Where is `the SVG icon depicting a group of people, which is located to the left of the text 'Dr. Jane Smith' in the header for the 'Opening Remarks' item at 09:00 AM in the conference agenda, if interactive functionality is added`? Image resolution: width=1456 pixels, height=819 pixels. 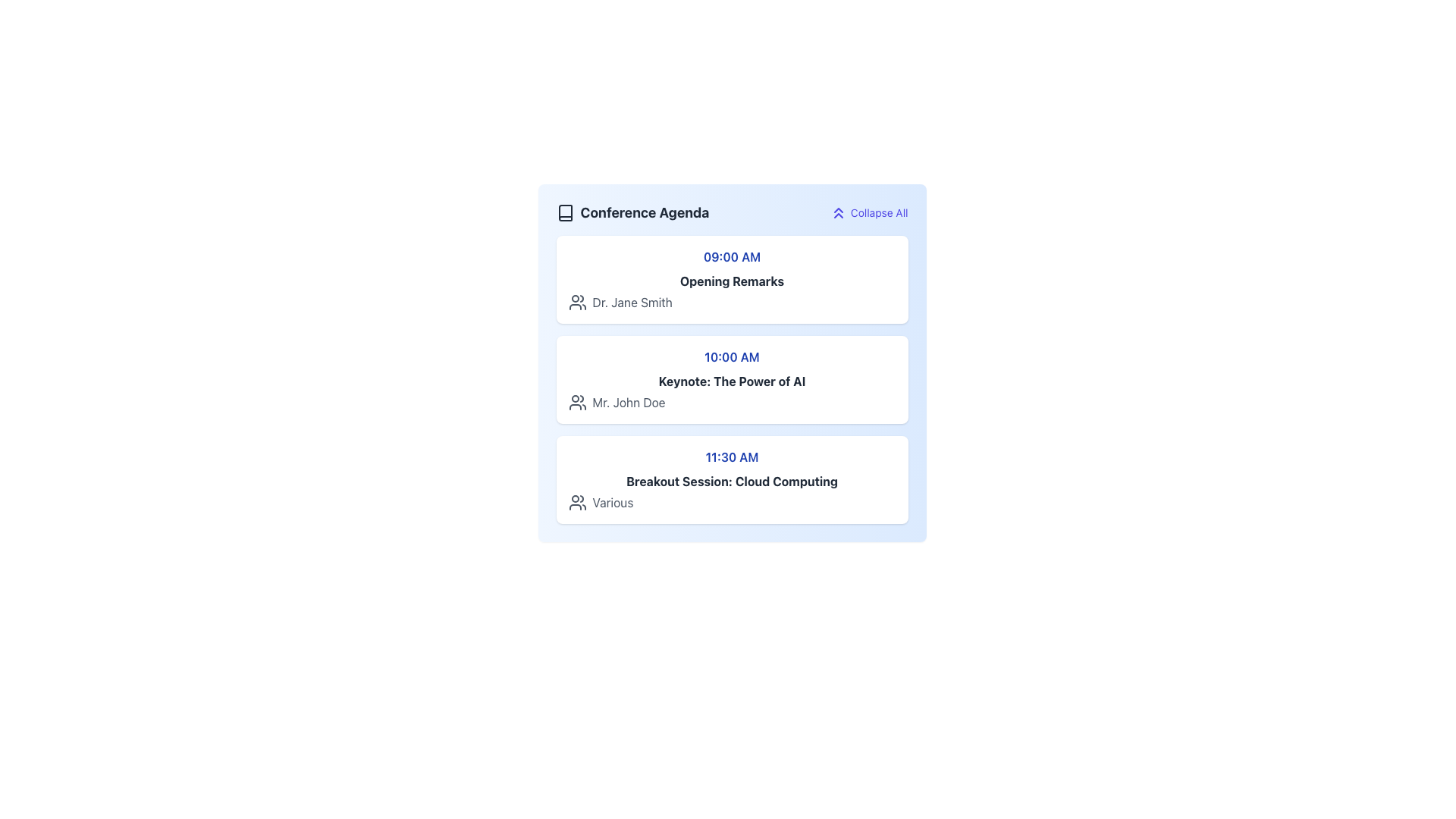 the SVG icon depicting a group of people, which is located to the left of the text 'Dr. Jane Smith' in the header for the 'Opening Remarks' item at 09:00 AM in the conference agenda, if interactive functionality is added is located at coordinates (576, 302).